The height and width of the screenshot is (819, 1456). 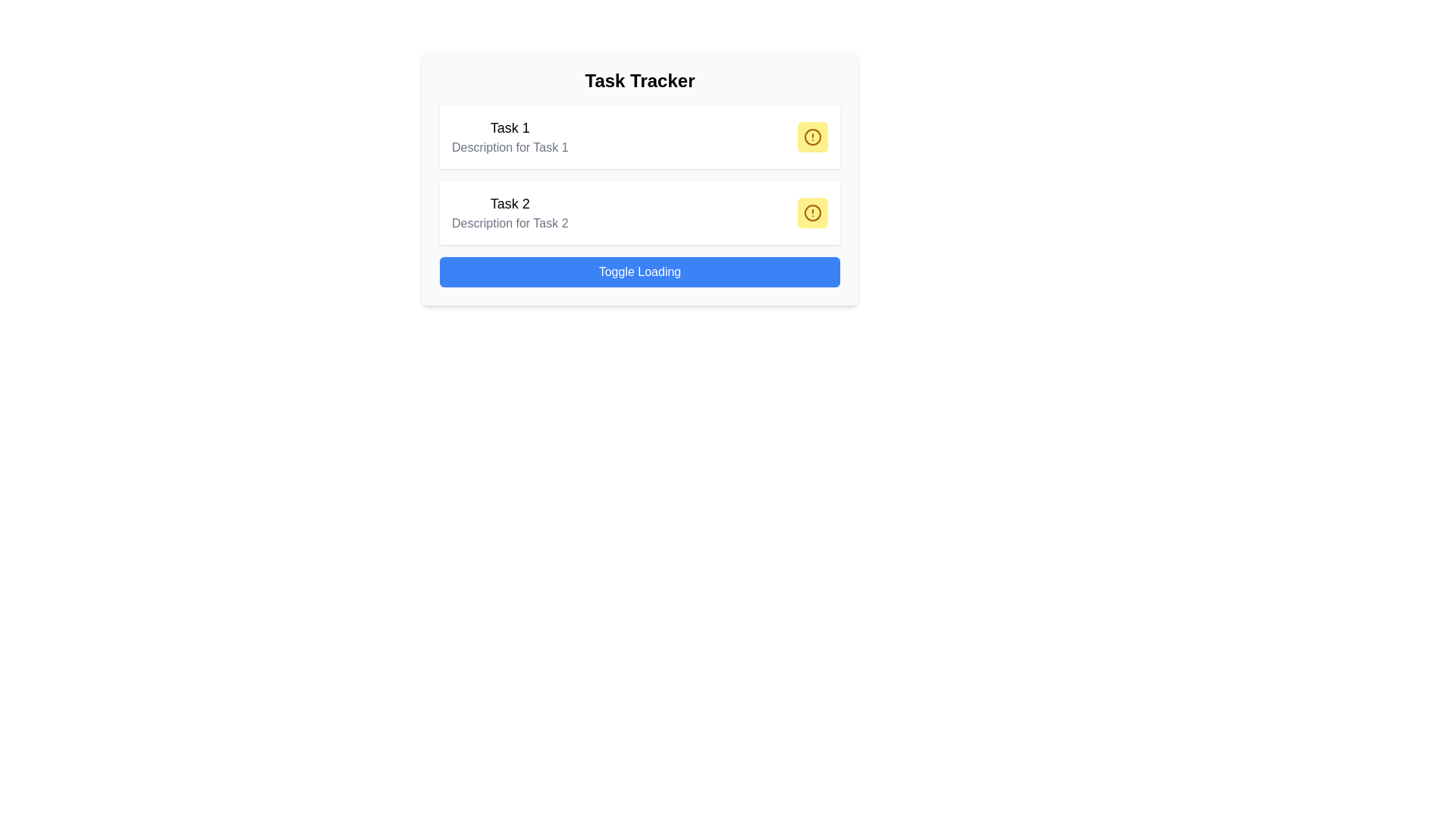 What do you see at coordinates (811, 213) in the screenshot?
I see `the button indicating a warning or alert associated with 'Task 2'` at bounding box center [811, 213].